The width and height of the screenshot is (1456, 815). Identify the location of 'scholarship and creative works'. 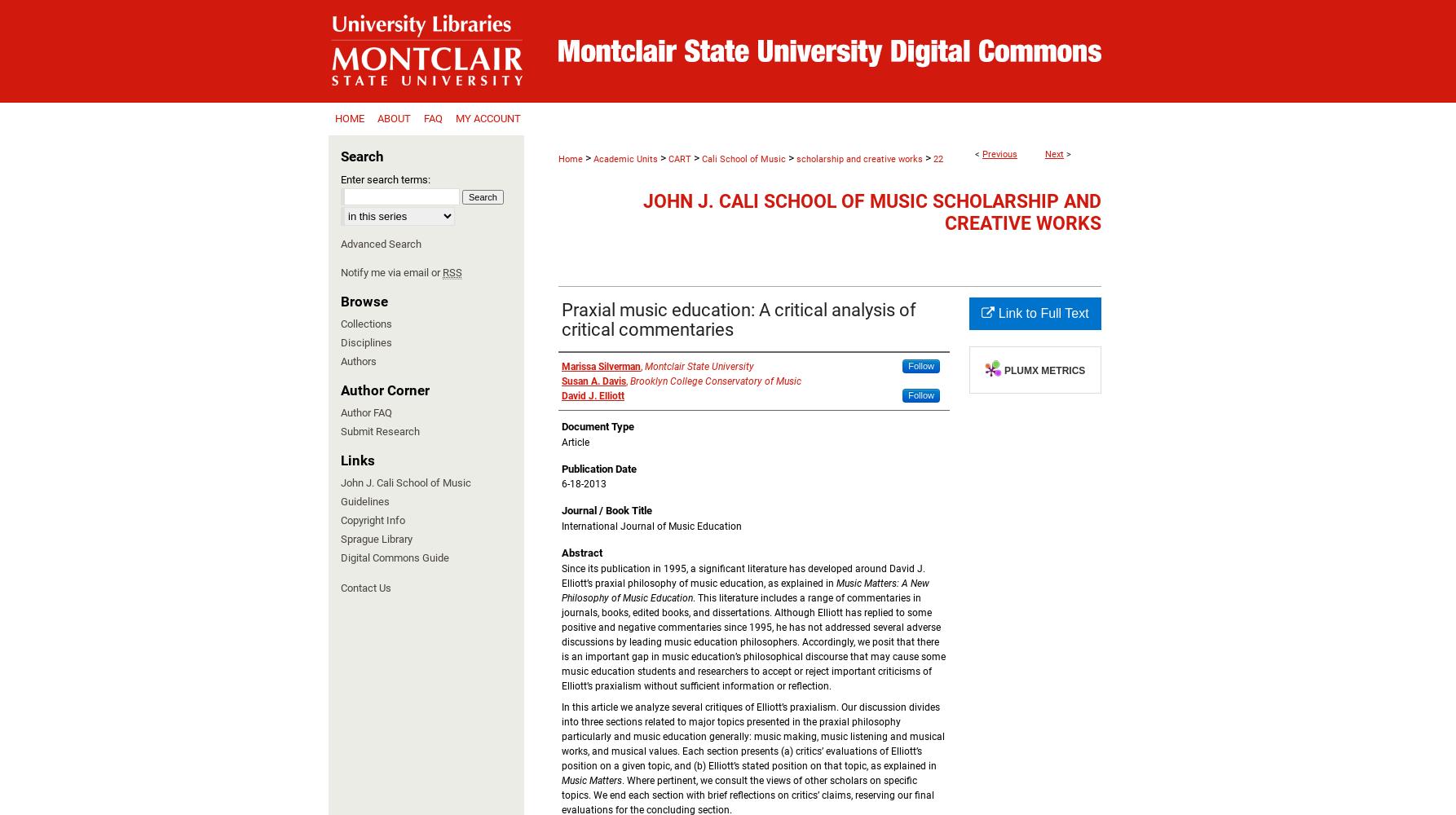
(796, 158).